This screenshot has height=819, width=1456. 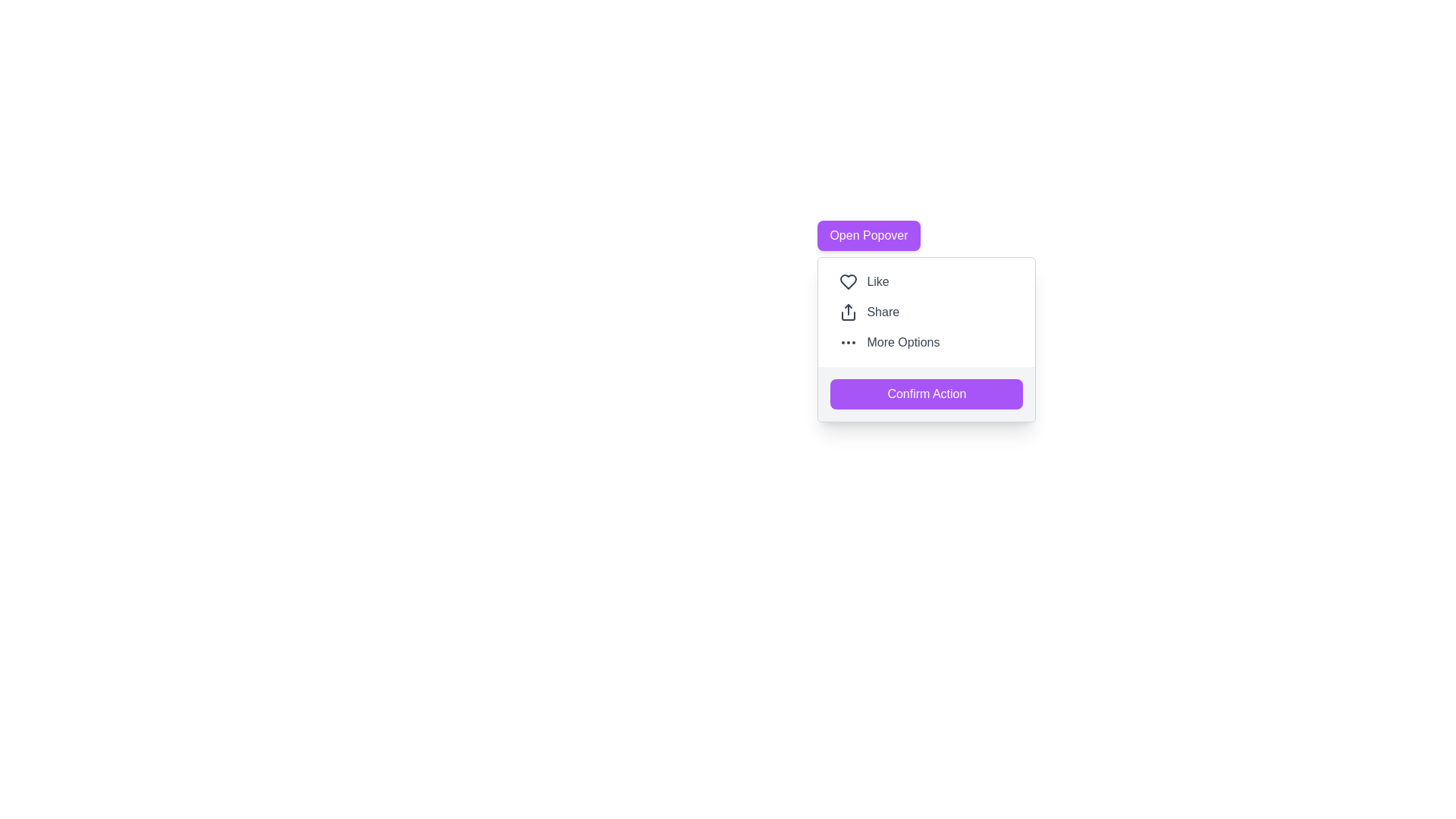 I want to click on the heart-shaped icon filled with a dark shade that represents 'Like', positioned at the top of the list within the popover component, so click(x=848, y=281).